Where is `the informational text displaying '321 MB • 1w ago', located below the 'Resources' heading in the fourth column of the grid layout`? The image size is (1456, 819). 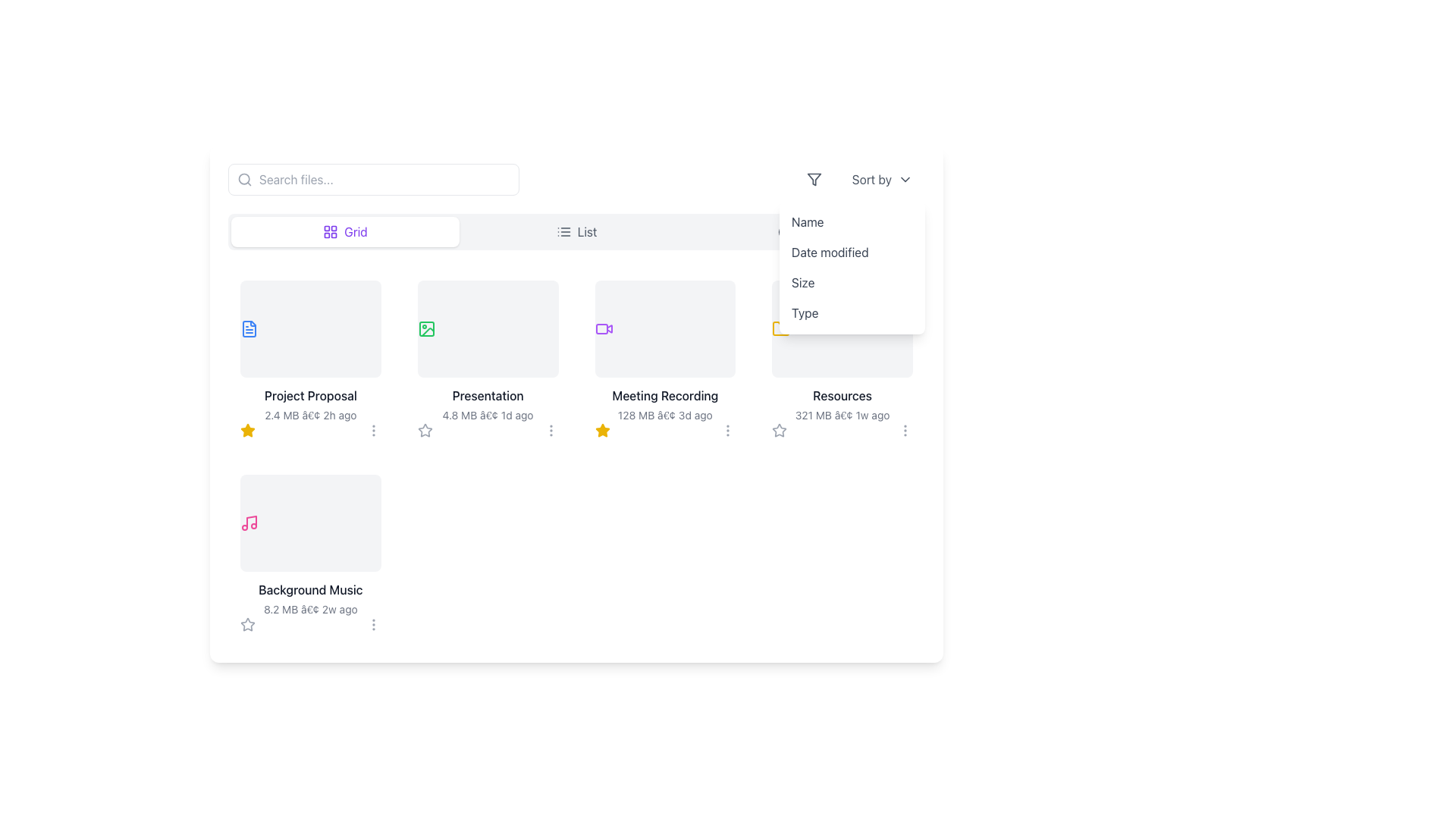
the informational text displaying '321 MB • 1w ago', located below the 'Resources' heading in the fourth column of the grid layout is located at coordinates (842, 415).